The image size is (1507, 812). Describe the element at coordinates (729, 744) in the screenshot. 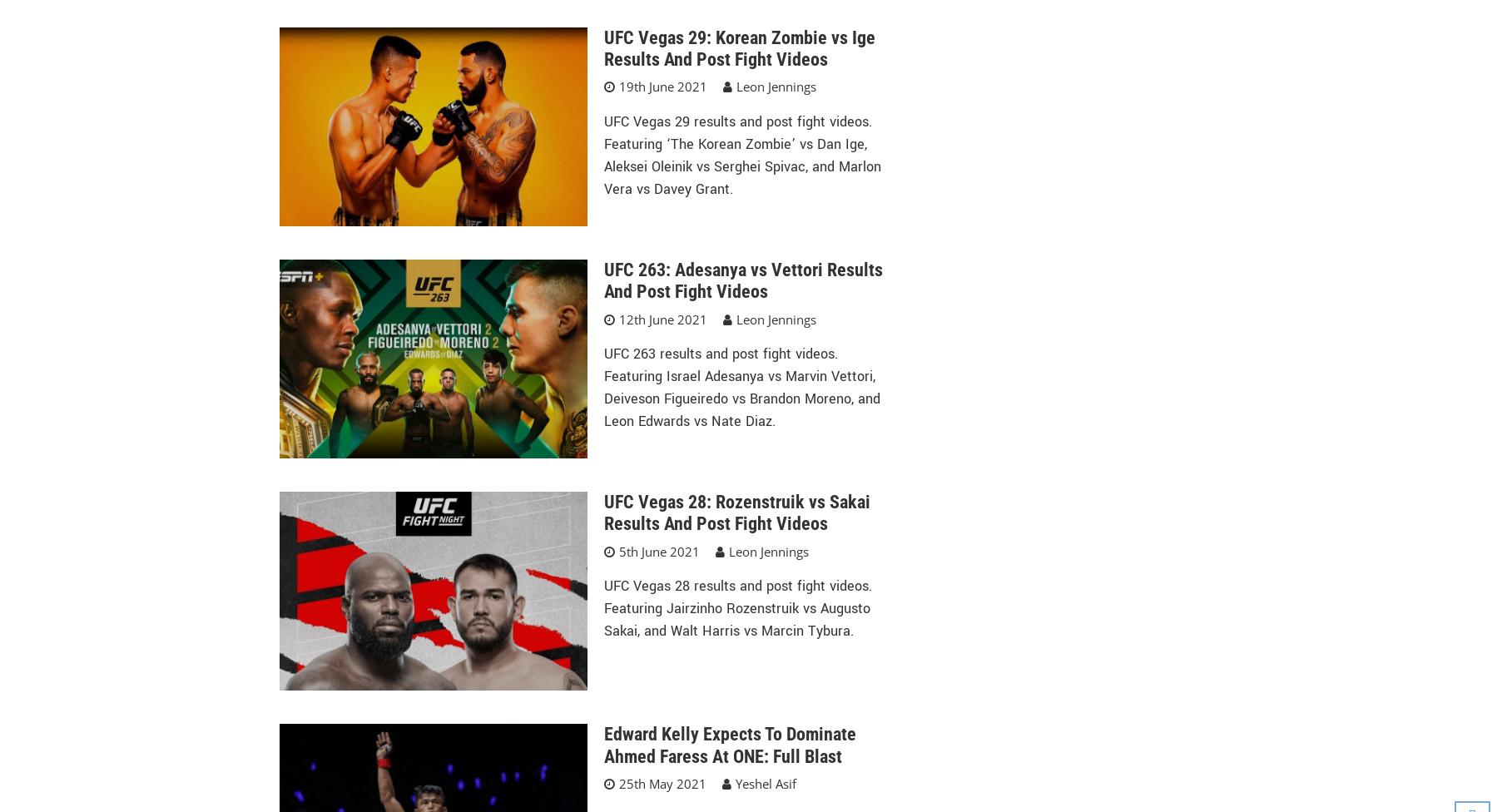

I see `'Edward Kelly Expects To Dominate Ahmed Faress At ONE: Full Blast'` at that location.